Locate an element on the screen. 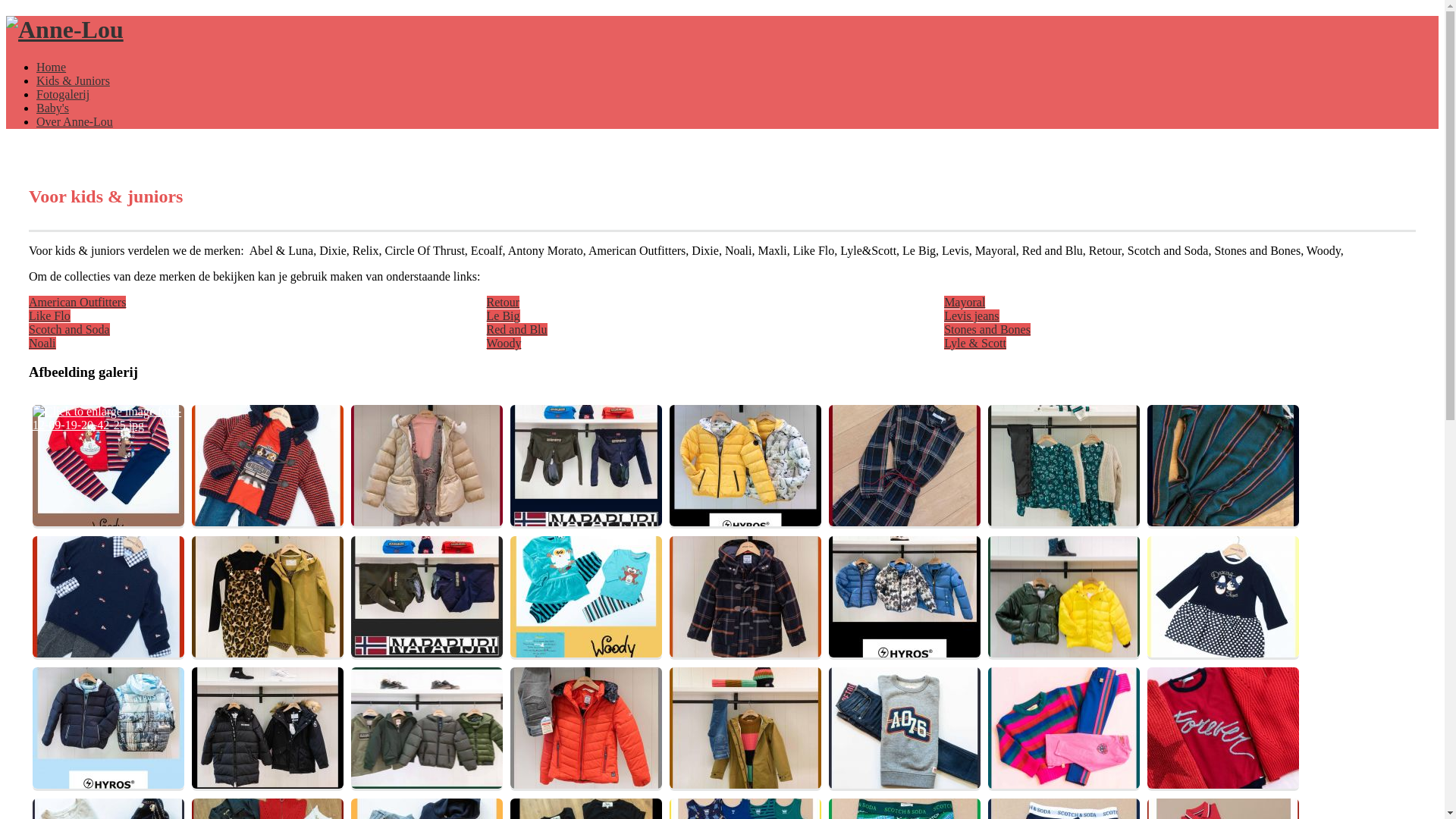  'Retour' is located at coordinates (503, 302).